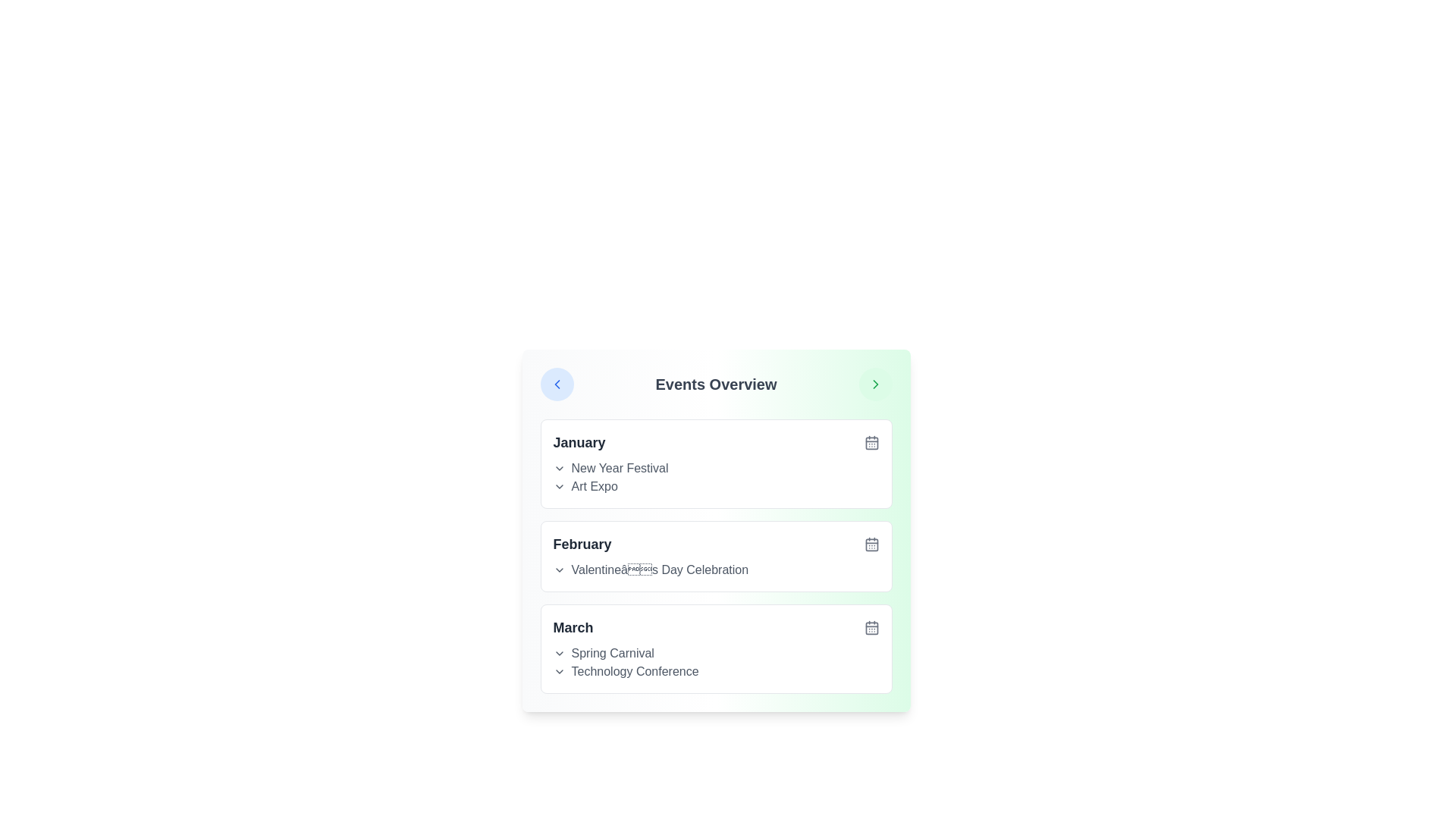  I want to click on the calendar icon for the month February, so click(871, 543).